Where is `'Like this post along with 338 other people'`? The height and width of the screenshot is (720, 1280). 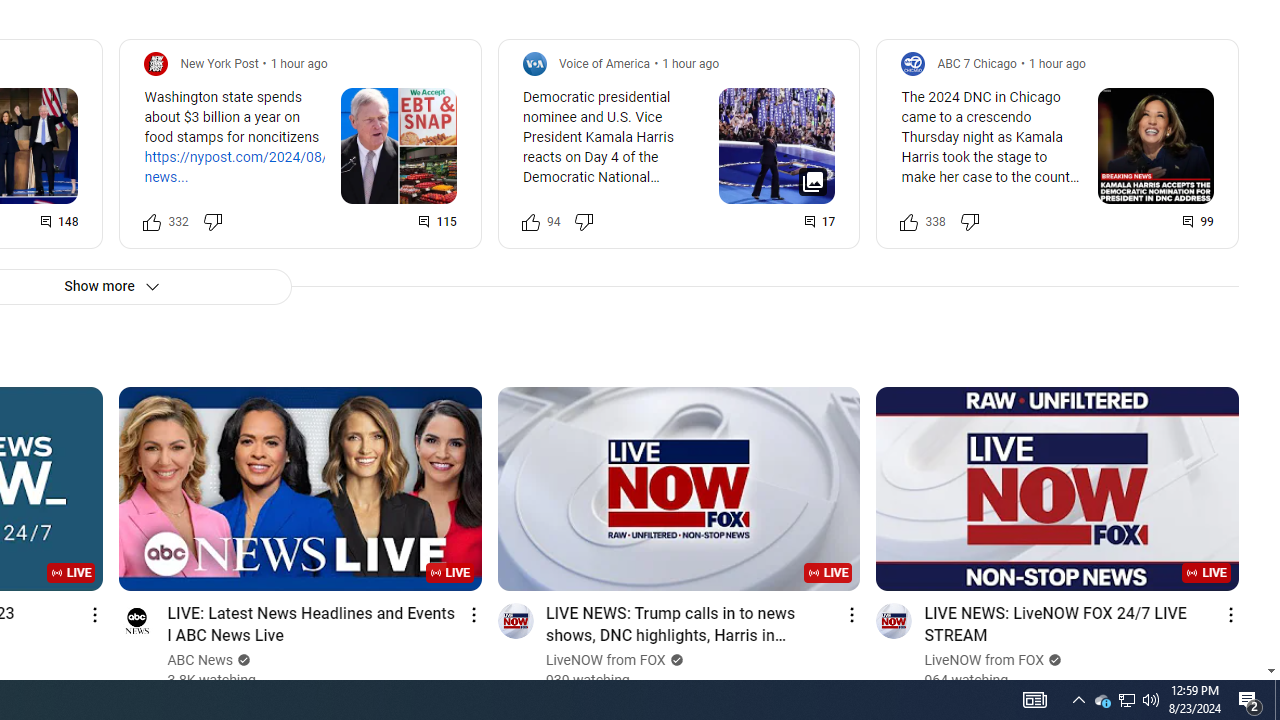
'Like this post along with 338 other people' is located at coordinates (908, 221).